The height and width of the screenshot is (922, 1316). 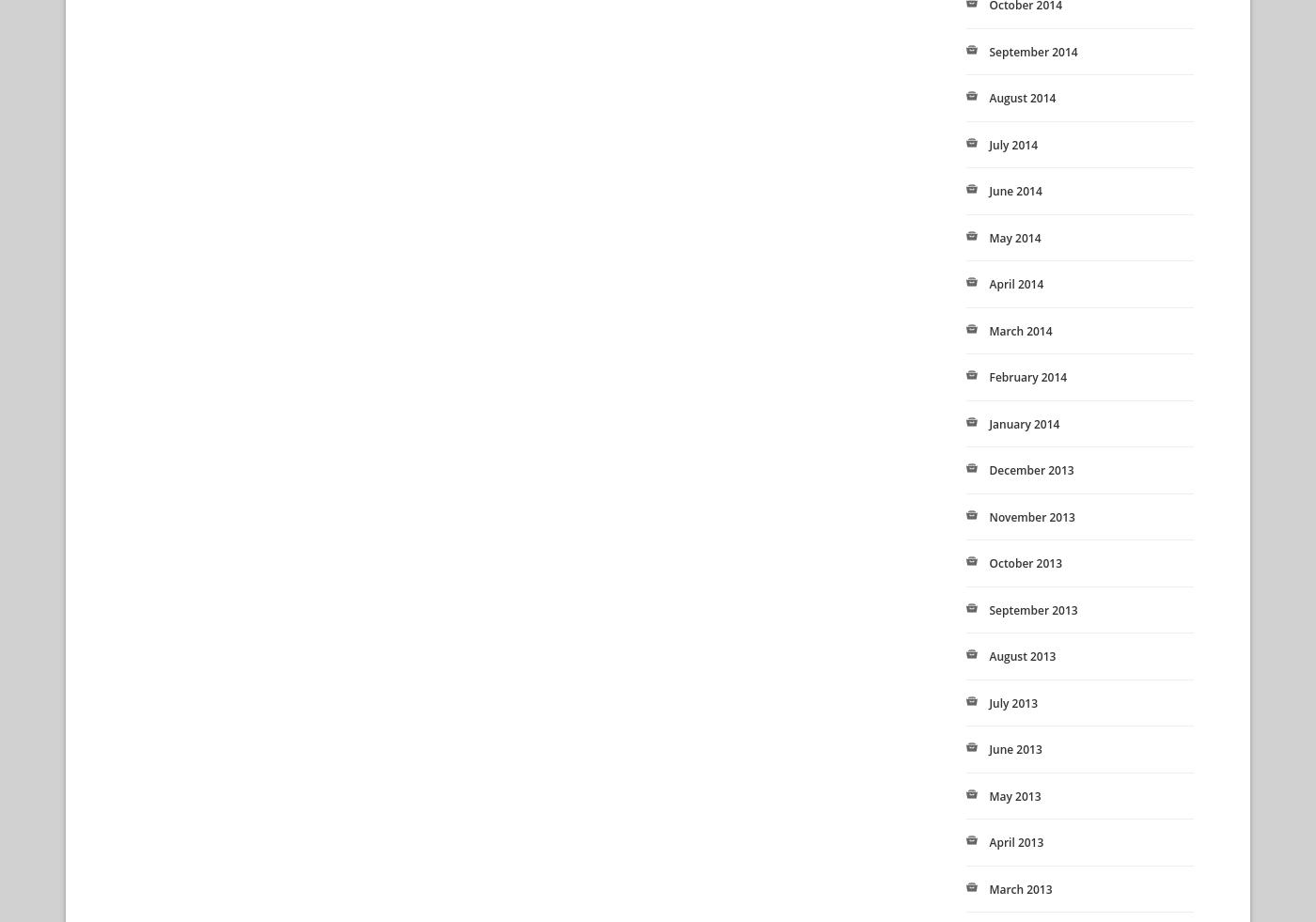 What do you see at coordinates (1020, 329) in the screenshot?
I see `'March 2014'` at bounding box center [1020, 329].